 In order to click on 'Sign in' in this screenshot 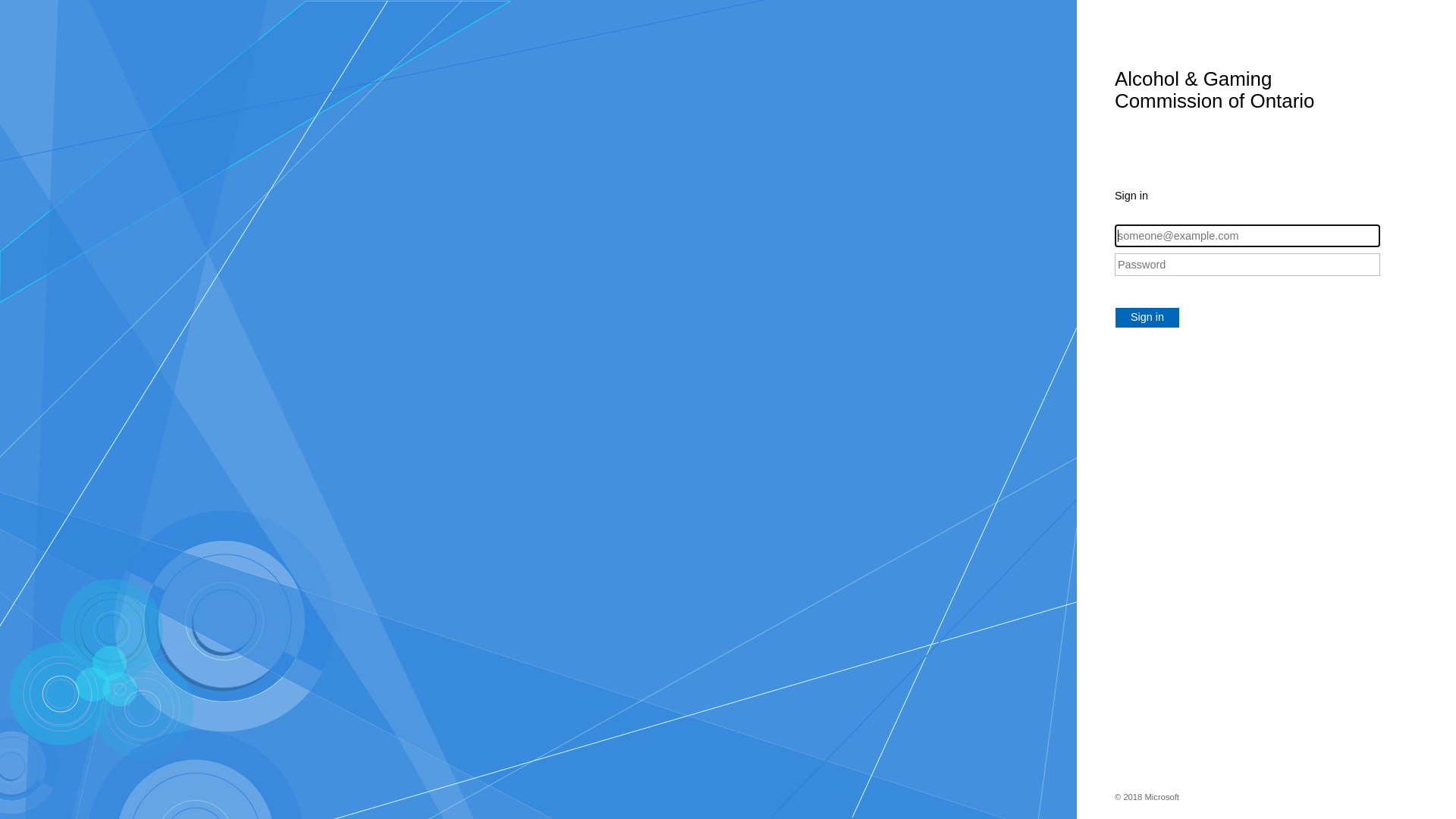, I will do `click(1147, 317)`.